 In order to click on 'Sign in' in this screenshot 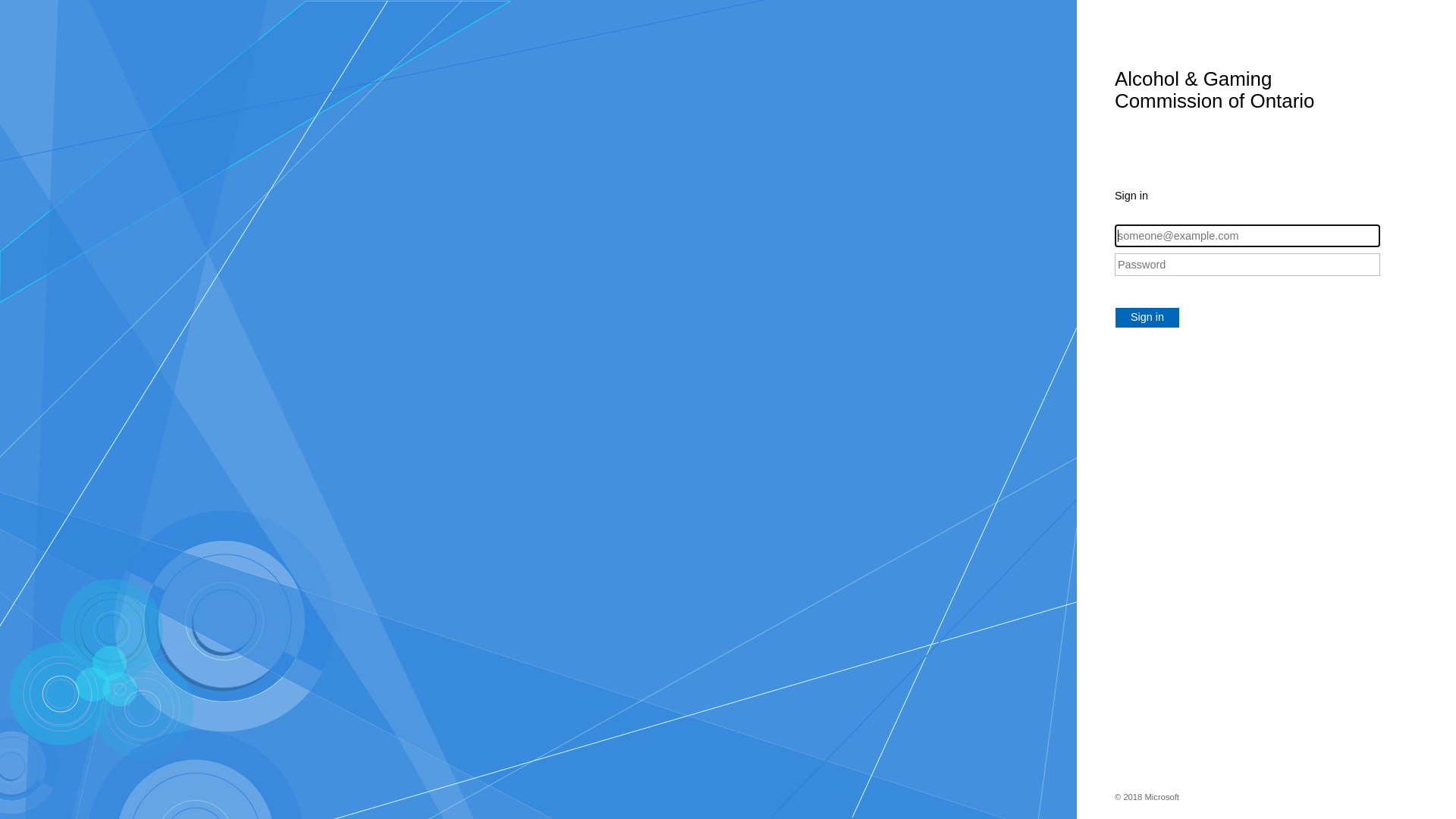, I will do `click(1147, 317)`.